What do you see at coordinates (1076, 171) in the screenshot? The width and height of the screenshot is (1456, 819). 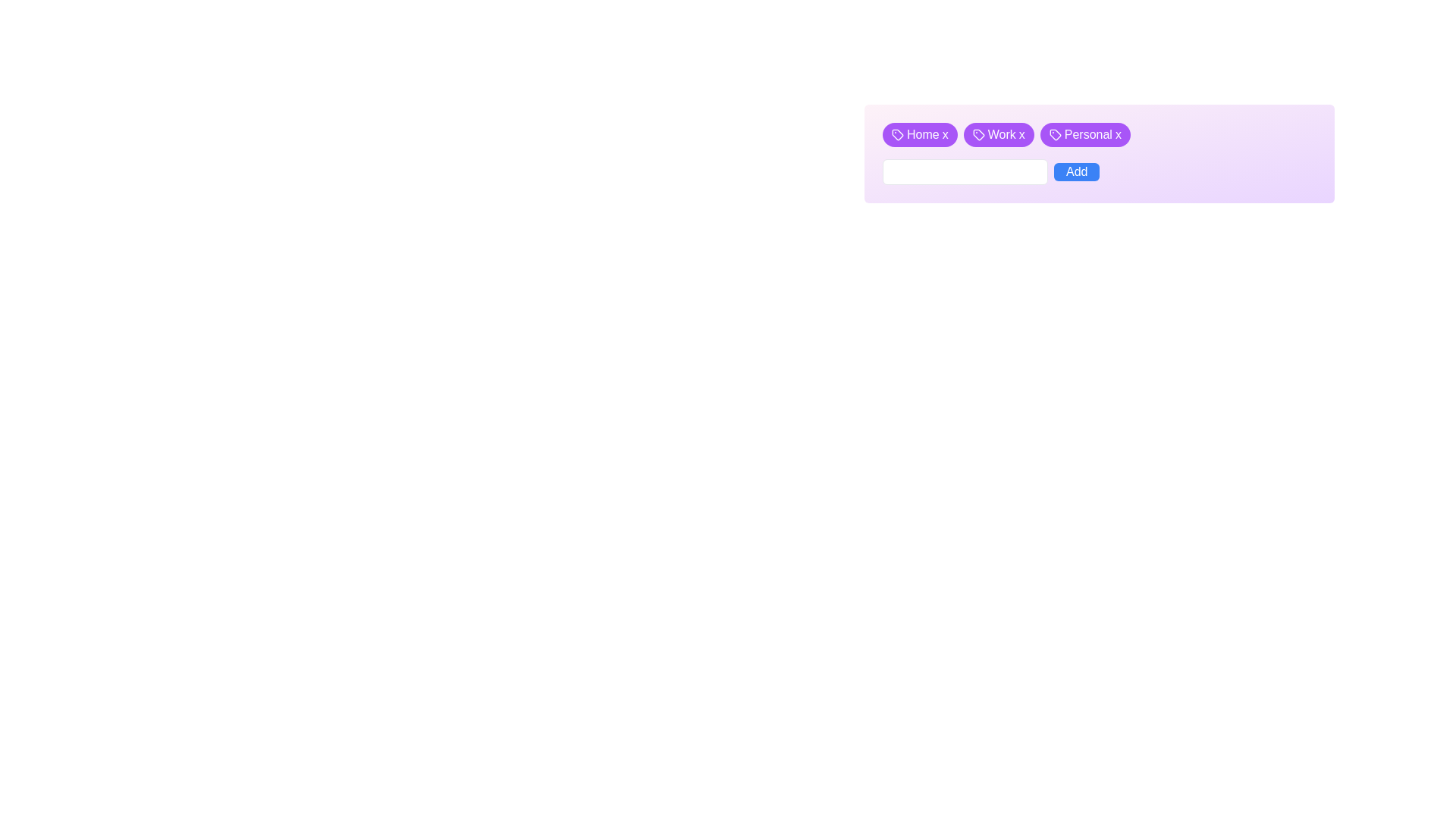 I see `the submission button located at the far-right side of the horizontal section` at bounding box center [1076, 171].